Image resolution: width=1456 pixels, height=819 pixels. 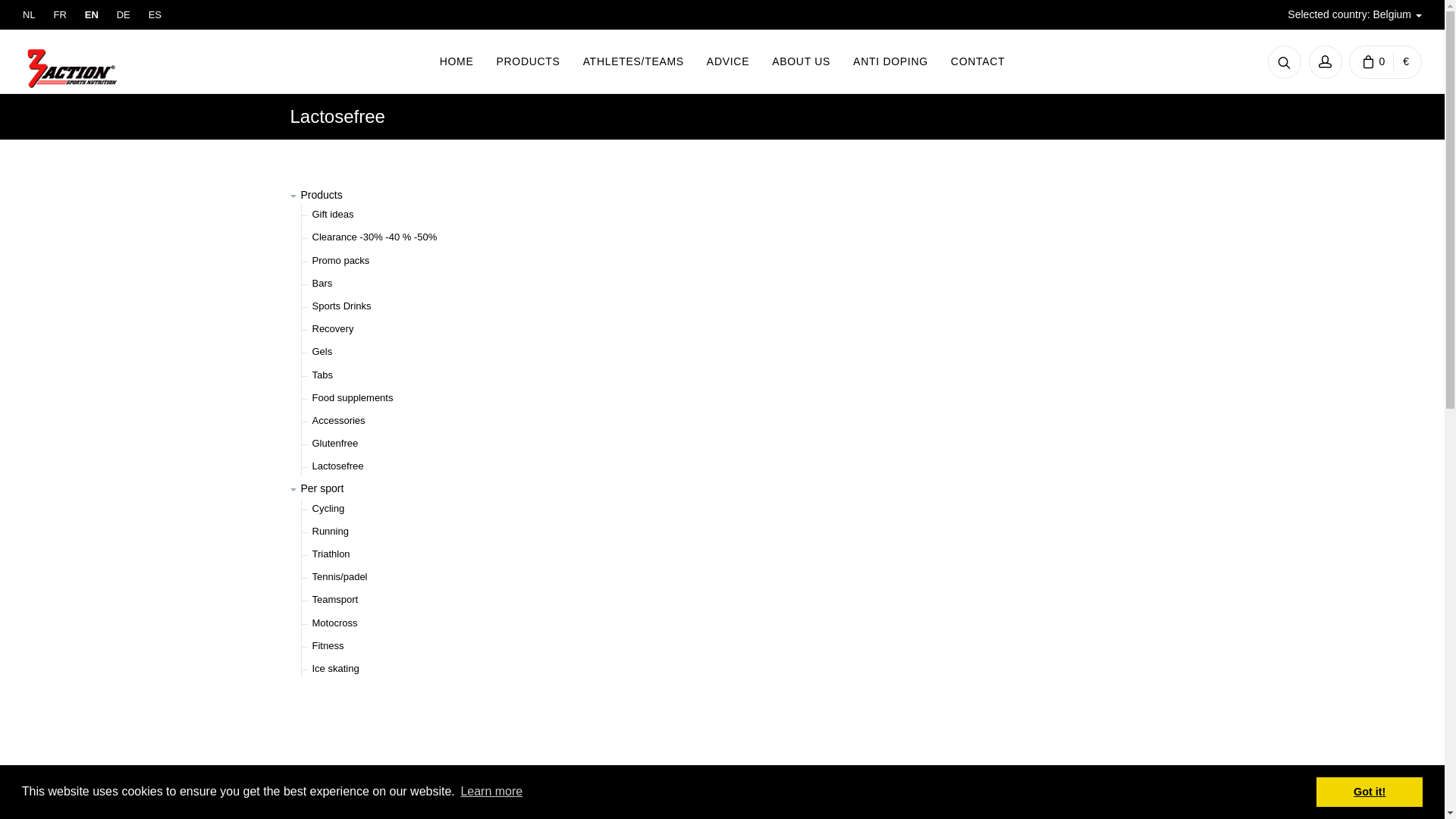 I want to click on 'Food supplements', so click(x=352, y=397).